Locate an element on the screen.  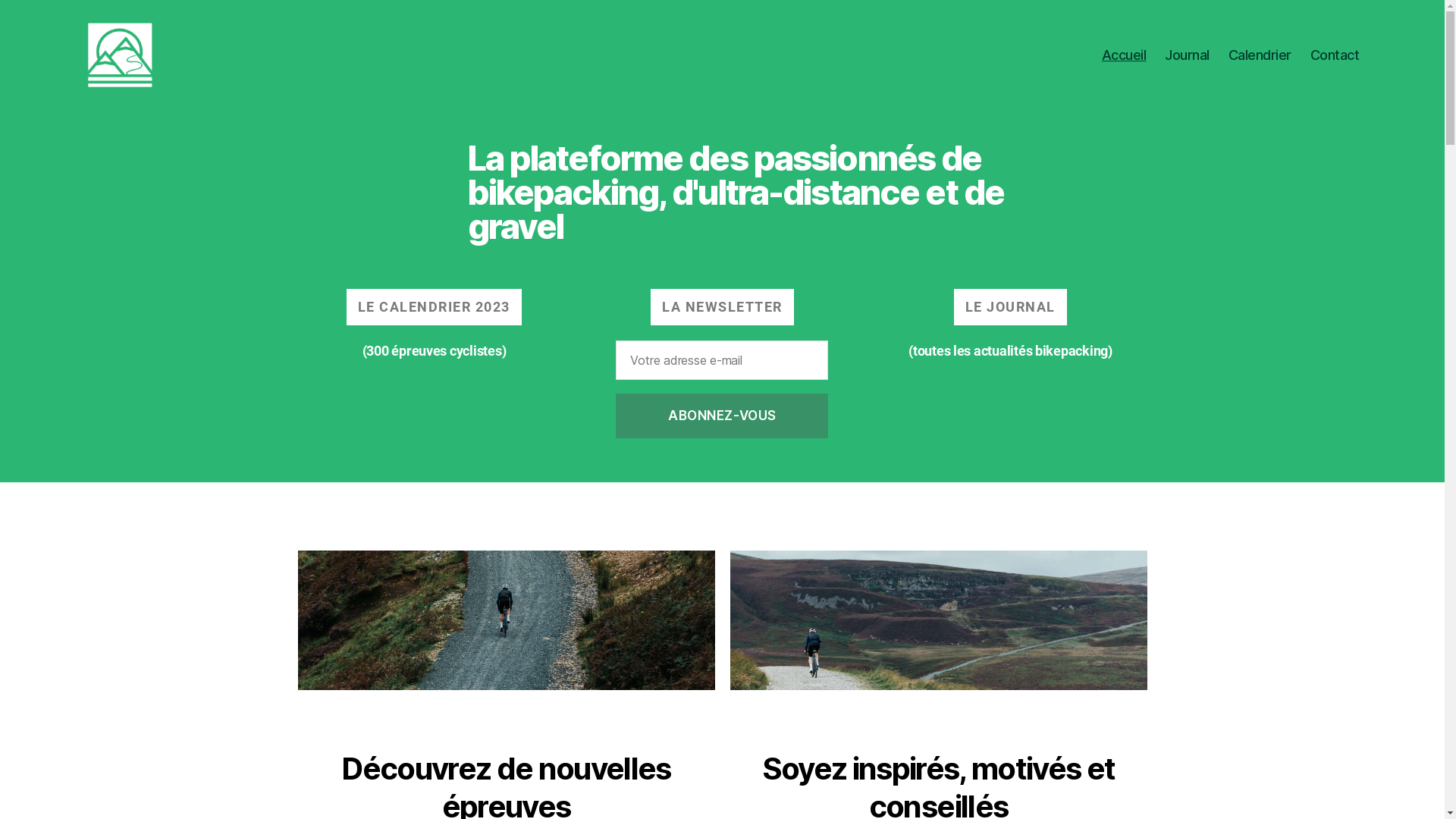
'LA NEWSLETTER' is located at coordinates (721, 307).